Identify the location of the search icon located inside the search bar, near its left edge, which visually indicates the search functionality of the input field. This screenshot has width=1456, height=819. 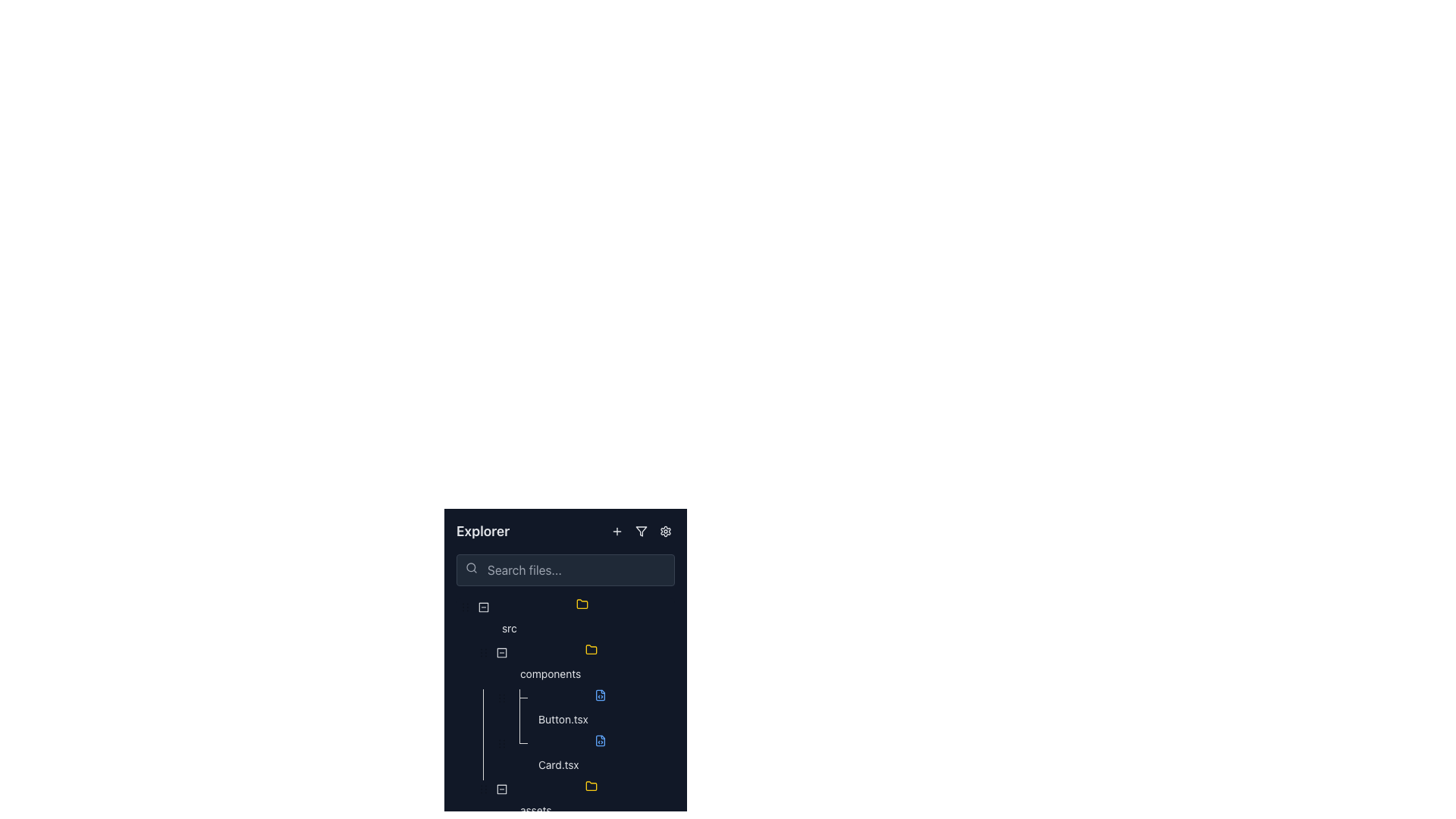
(471, 567).